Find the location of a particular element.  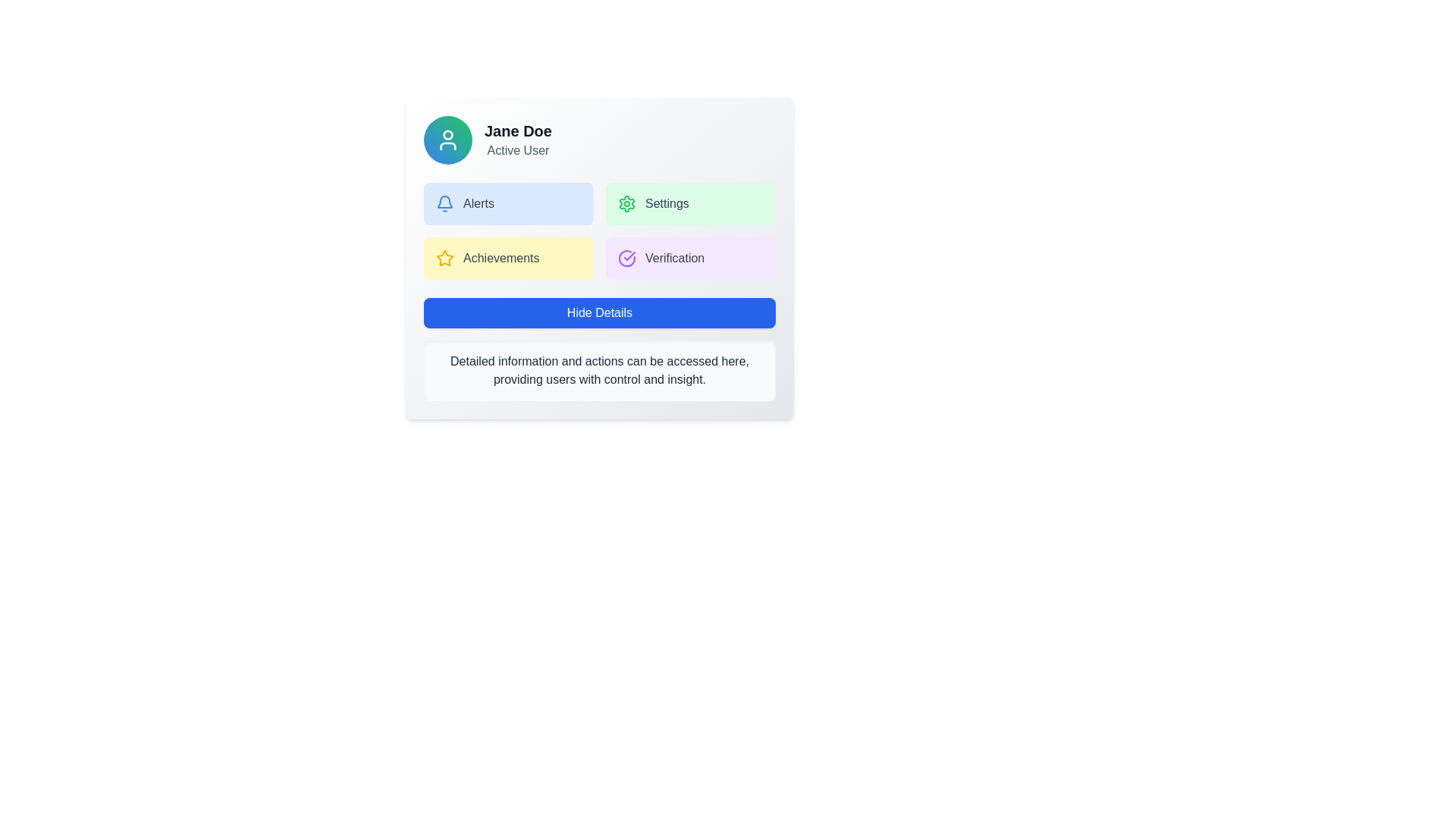

the star icon representing the 'Achievements' section, which is is located at coordinates (444, 257).